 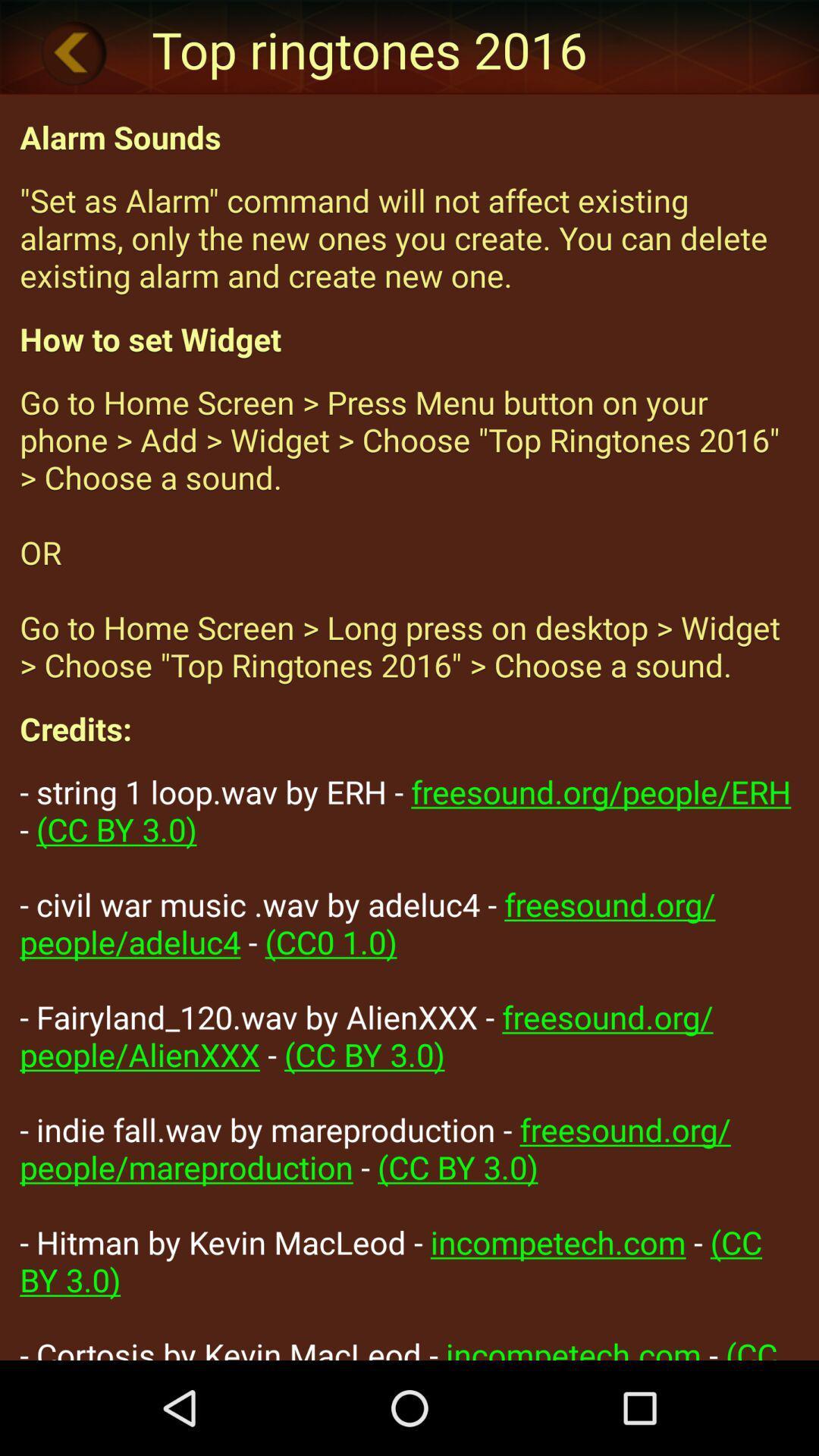 I want to click on item at the bottom, so click(x=409, y=1064).